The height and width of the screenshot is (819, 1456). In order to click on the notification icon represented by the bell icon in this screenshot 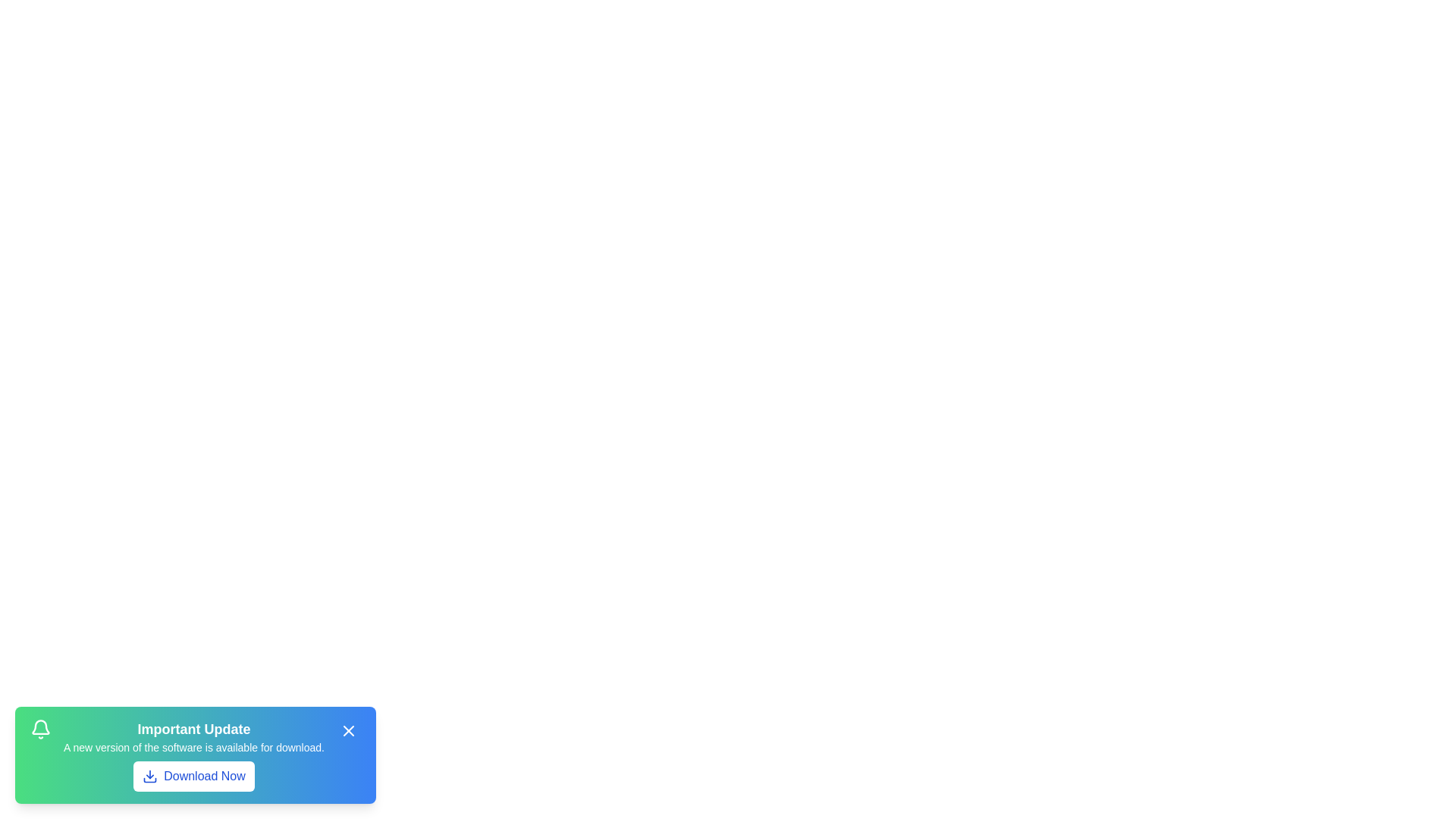, I will do `click(40, 728)`.